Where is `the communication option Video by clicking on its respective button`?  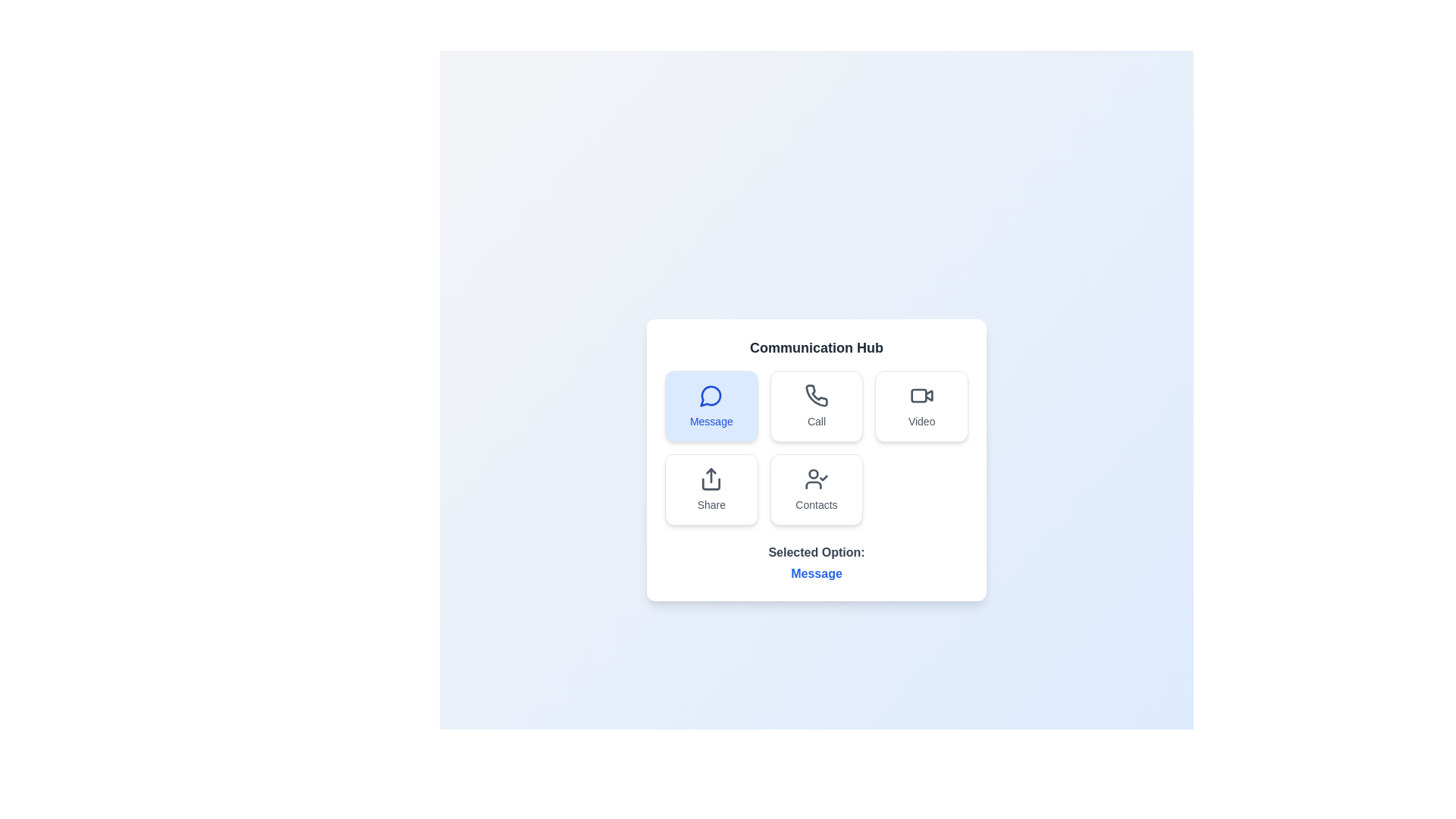 the communication option Video by clicking on its respective button is located at coordinates (921, 406).